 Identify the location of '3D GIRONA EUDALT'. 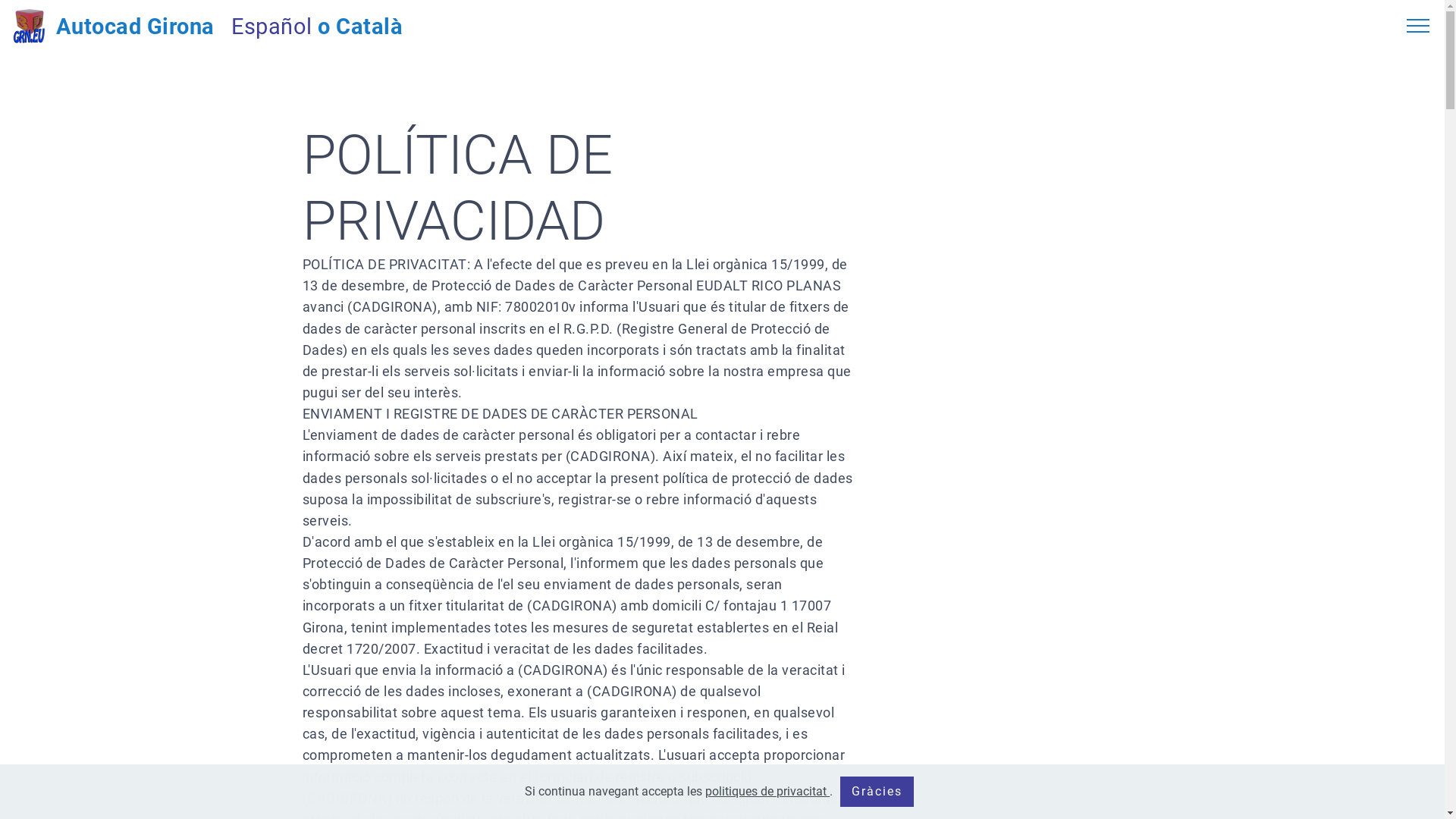
(29, 26).